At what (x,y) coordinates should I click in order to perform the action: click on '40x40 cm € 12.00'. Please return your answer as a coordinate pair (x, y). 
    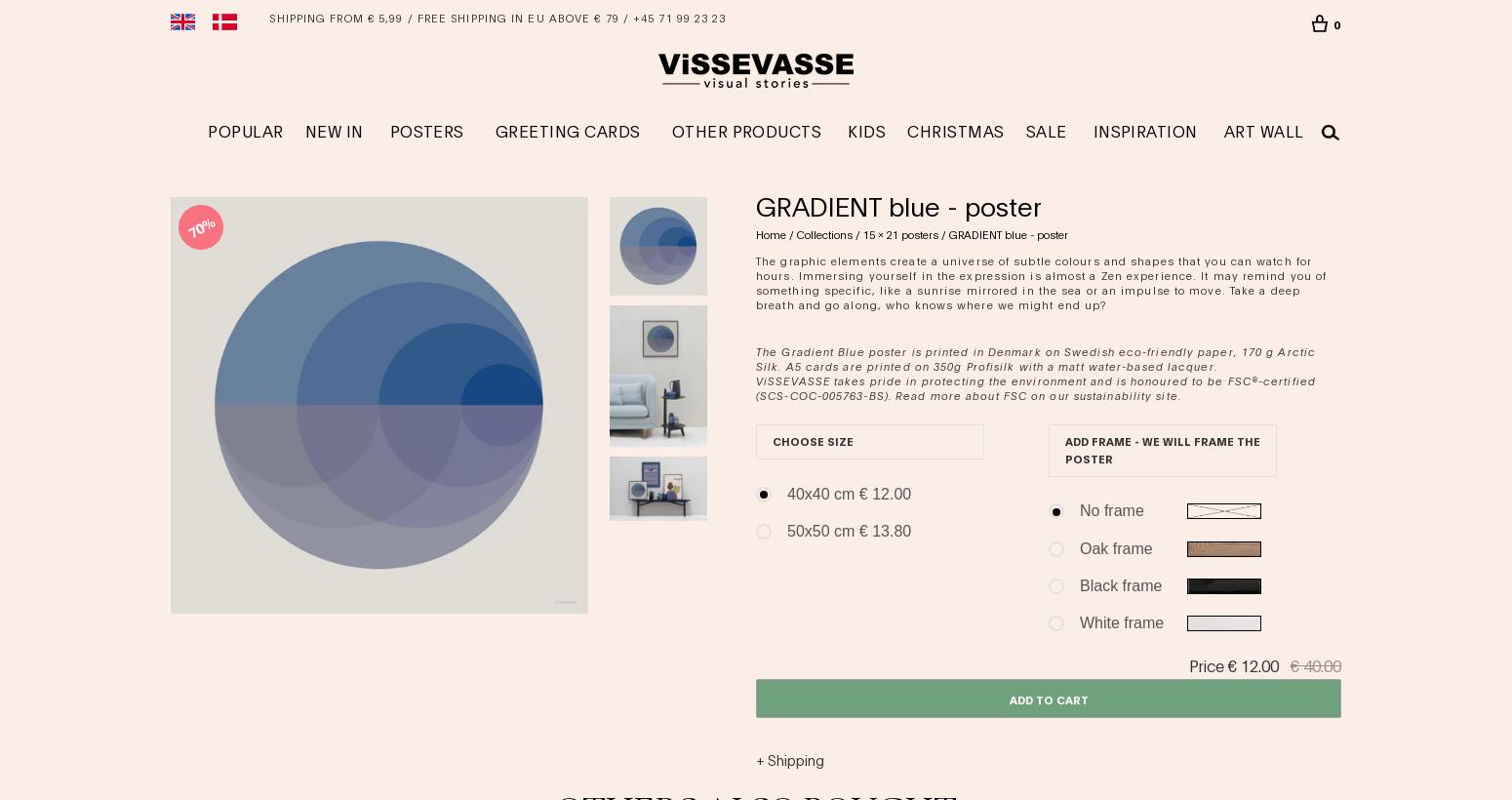
    Looking at the image, I should click on (849, 493).